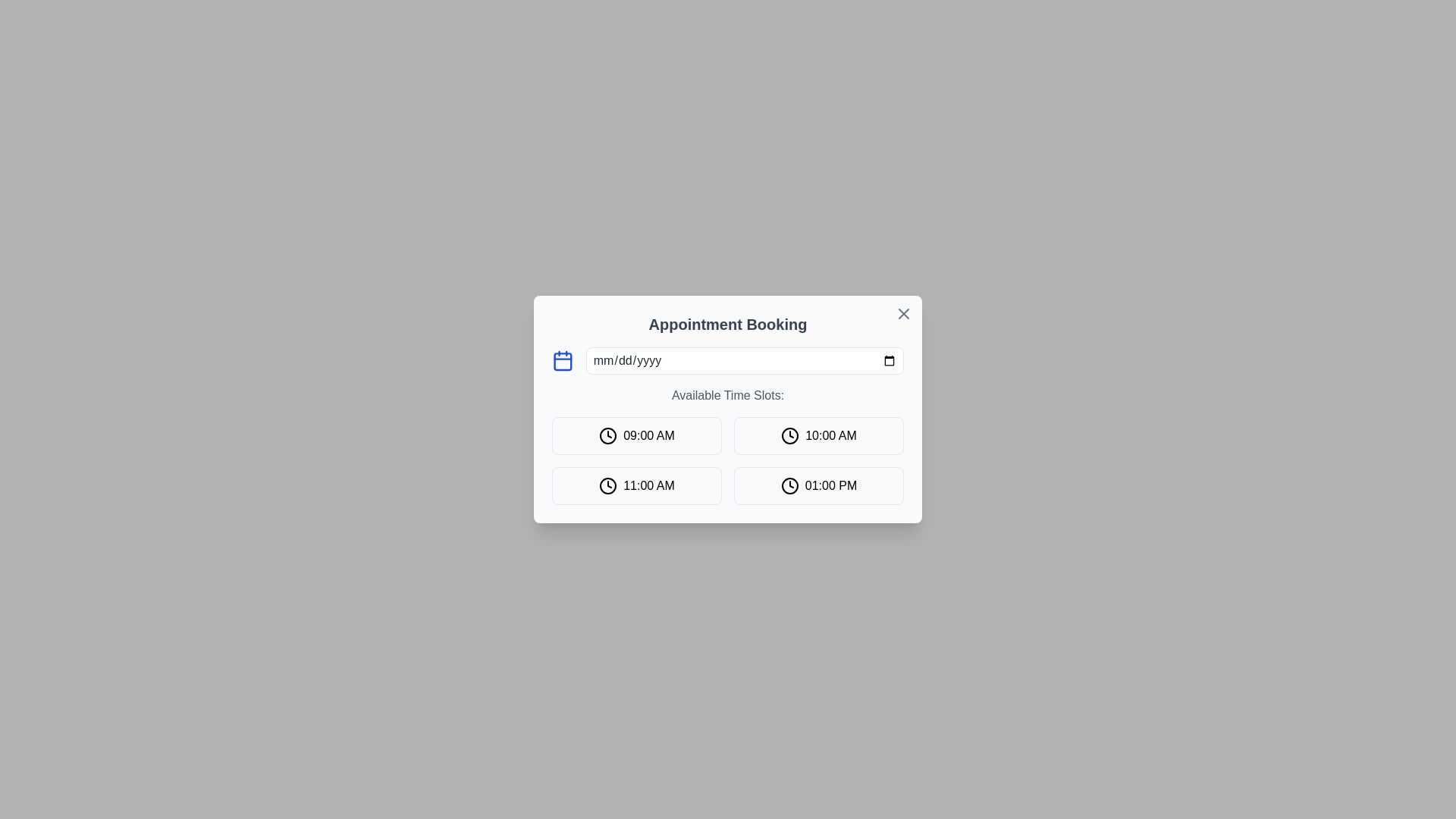 This screenshot has width=1456, height=819. Describe the element at coordinates (608, 485) in the screenshot. I see `the small clock icon, which is styled with a minimal outline and is located within the button displaying '11:00 AM', the third in a list of four time slot buttons` at that location.